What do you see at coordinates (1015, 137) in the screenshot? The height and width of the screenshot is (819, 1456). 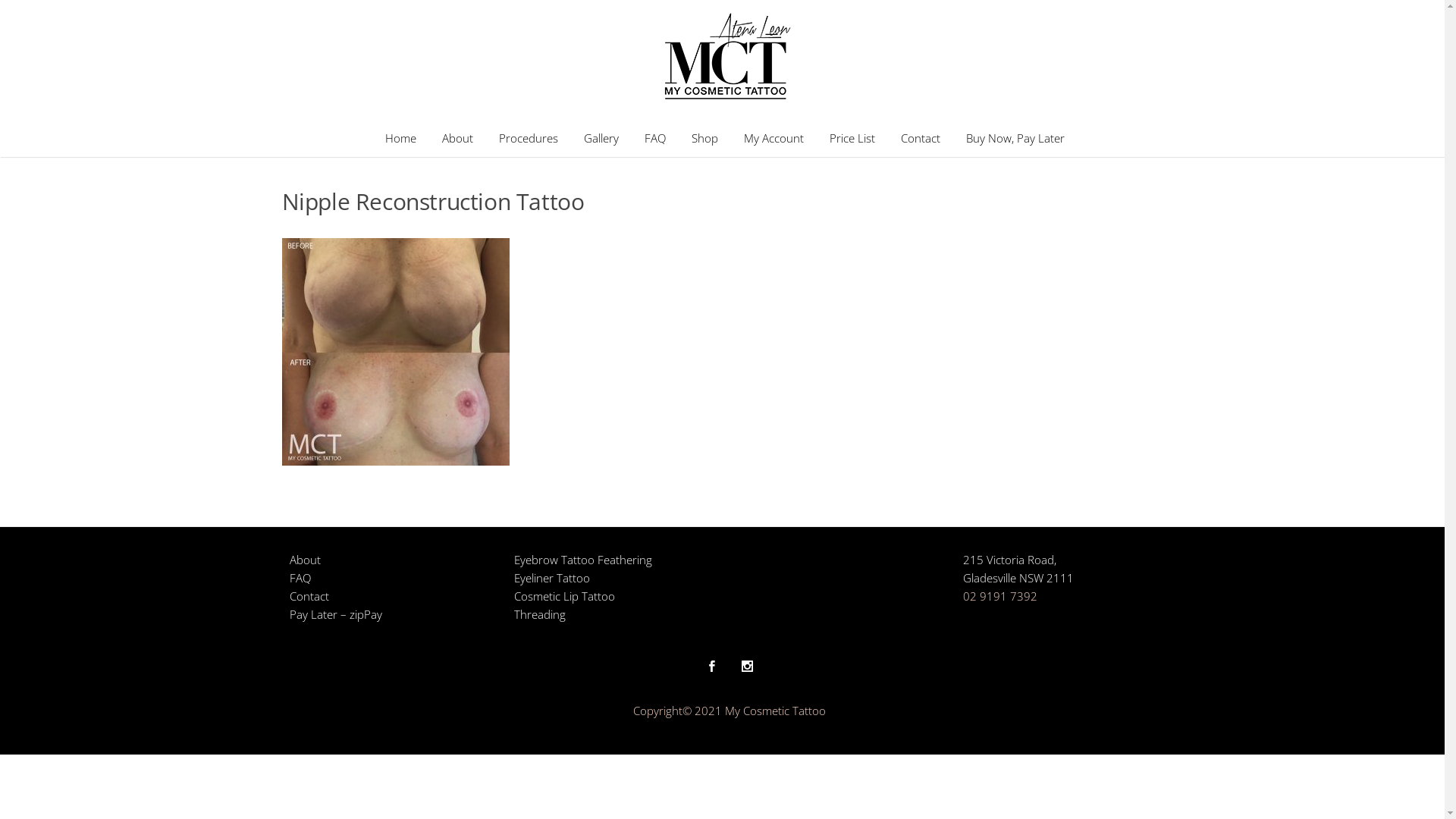 I see `'Buy Now, Pay Later'` at bounding box center [1015, 137].